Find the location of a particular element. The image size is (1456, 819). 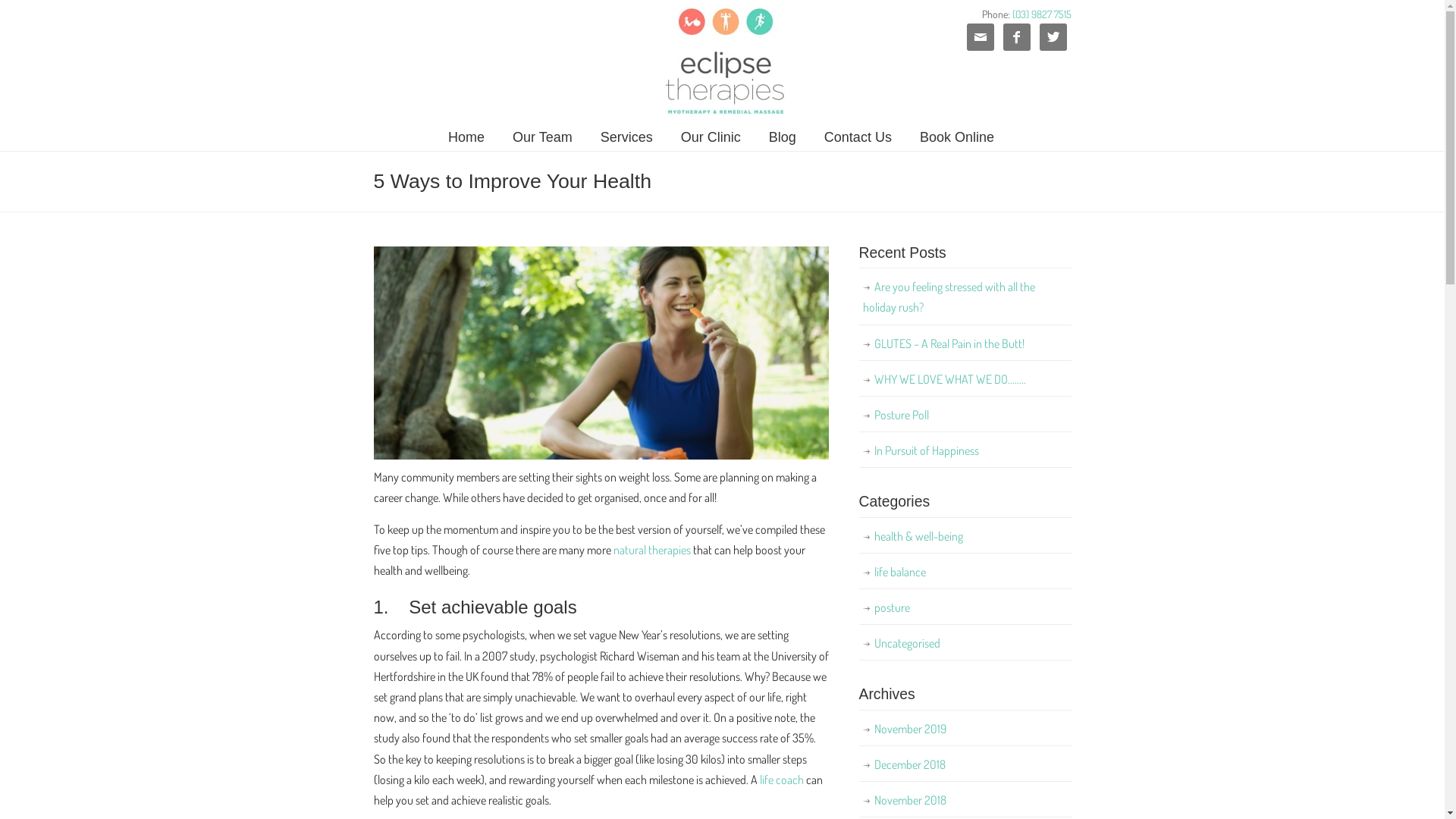

'natural therapies' is located at coordinates (651, 550).